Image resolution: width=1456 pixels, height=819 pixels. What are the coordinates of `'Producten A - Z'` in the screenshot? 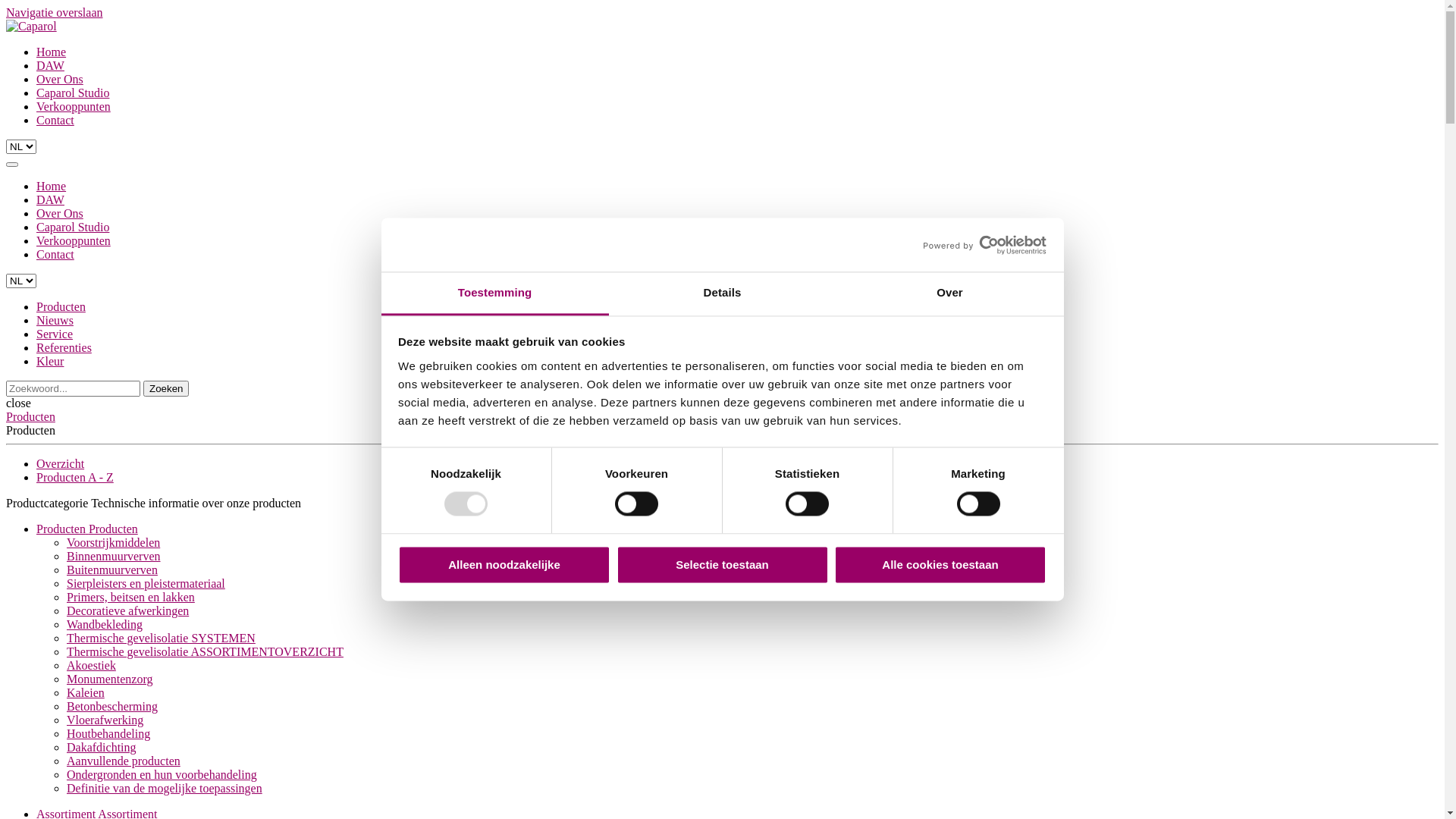 It's located at (74, 476).